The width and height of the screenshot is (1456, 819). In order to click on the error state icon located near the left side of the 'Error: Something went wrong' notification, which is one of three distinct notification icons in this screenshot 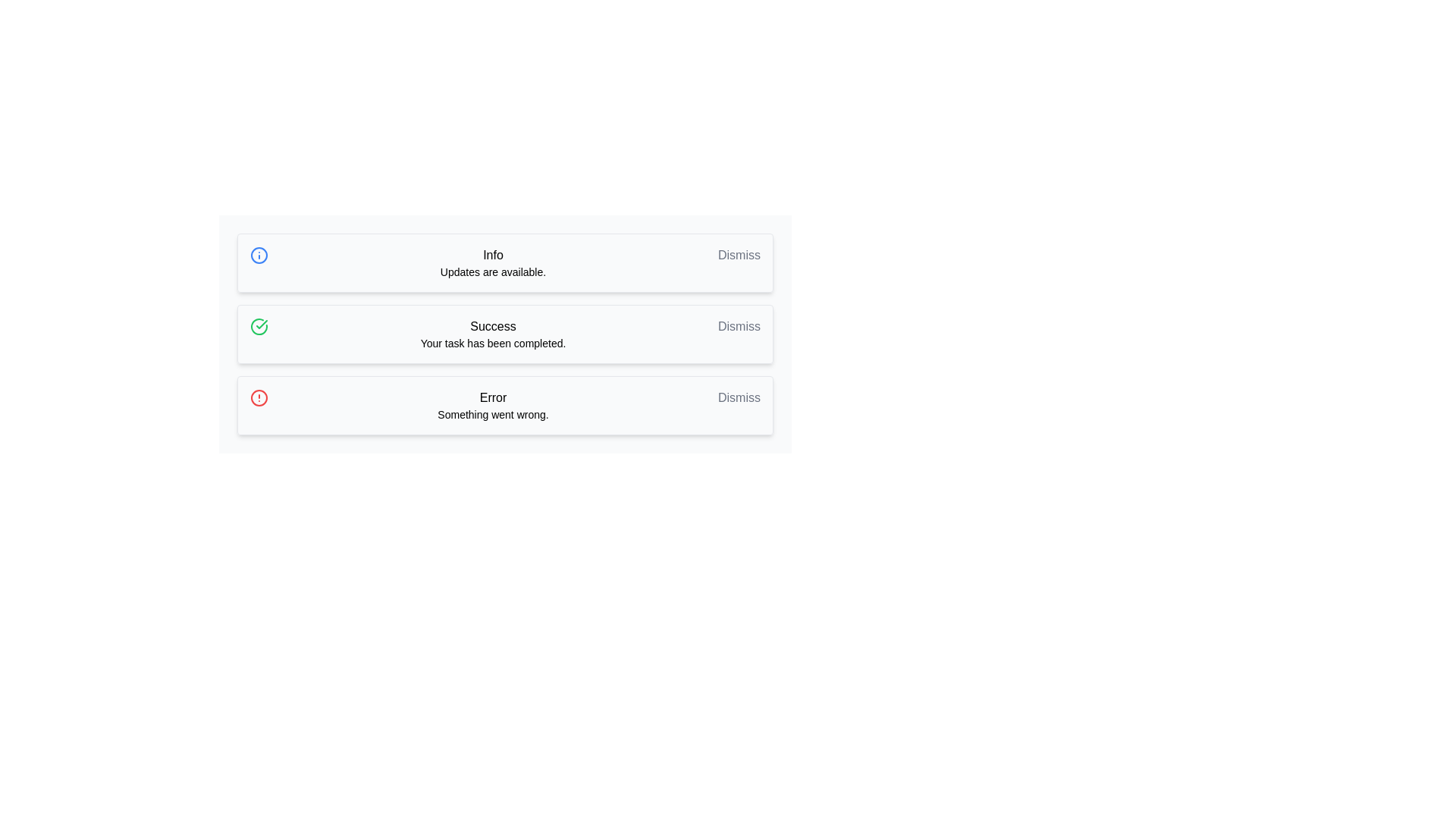, I will do `click(259, 397)`.